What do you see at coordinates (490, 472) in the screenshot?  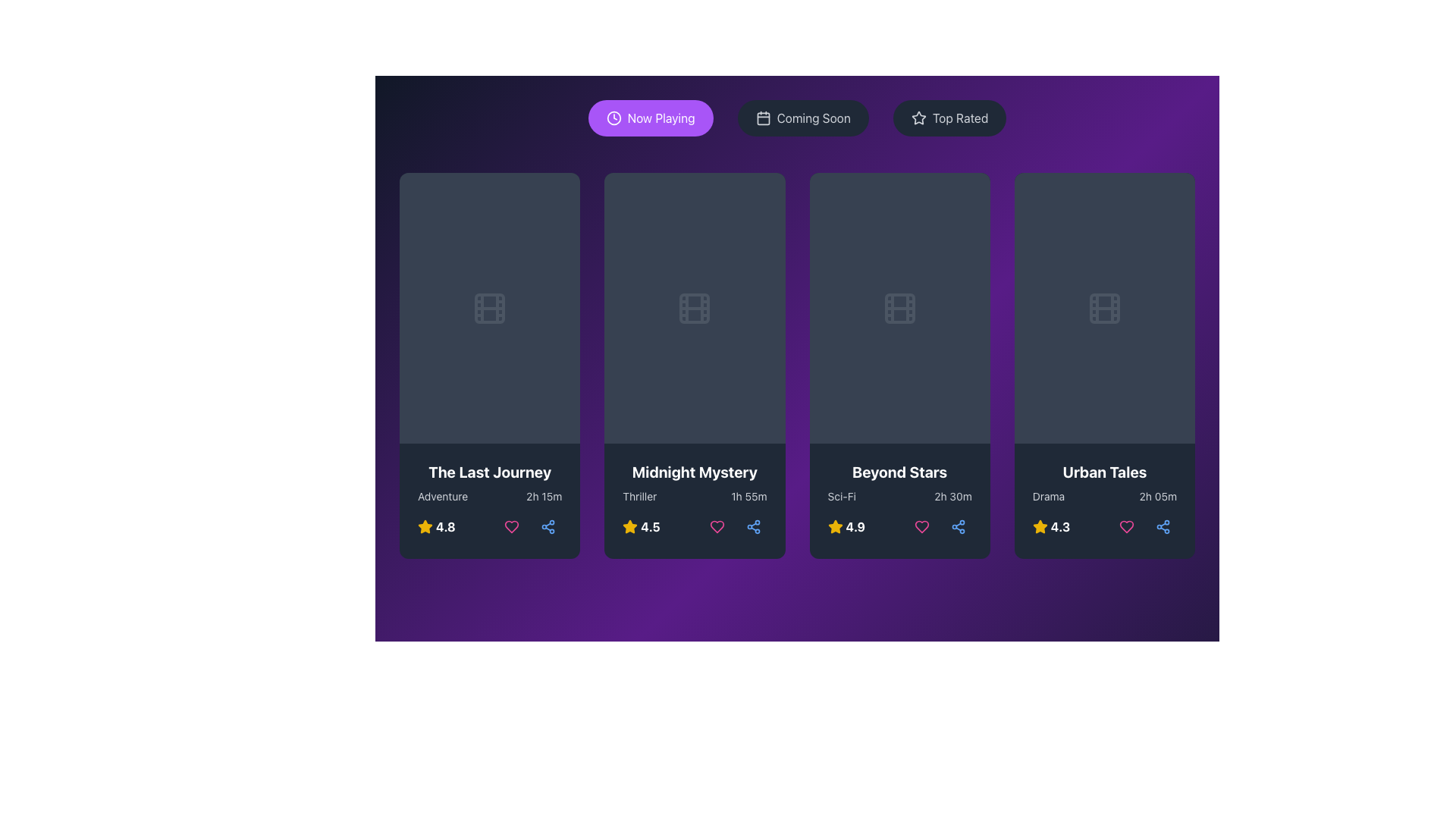 I see `the text label that reads 'The Last Journey', which is bold and white, located at the top section of the first movie card` at bounding box center [490, 472].